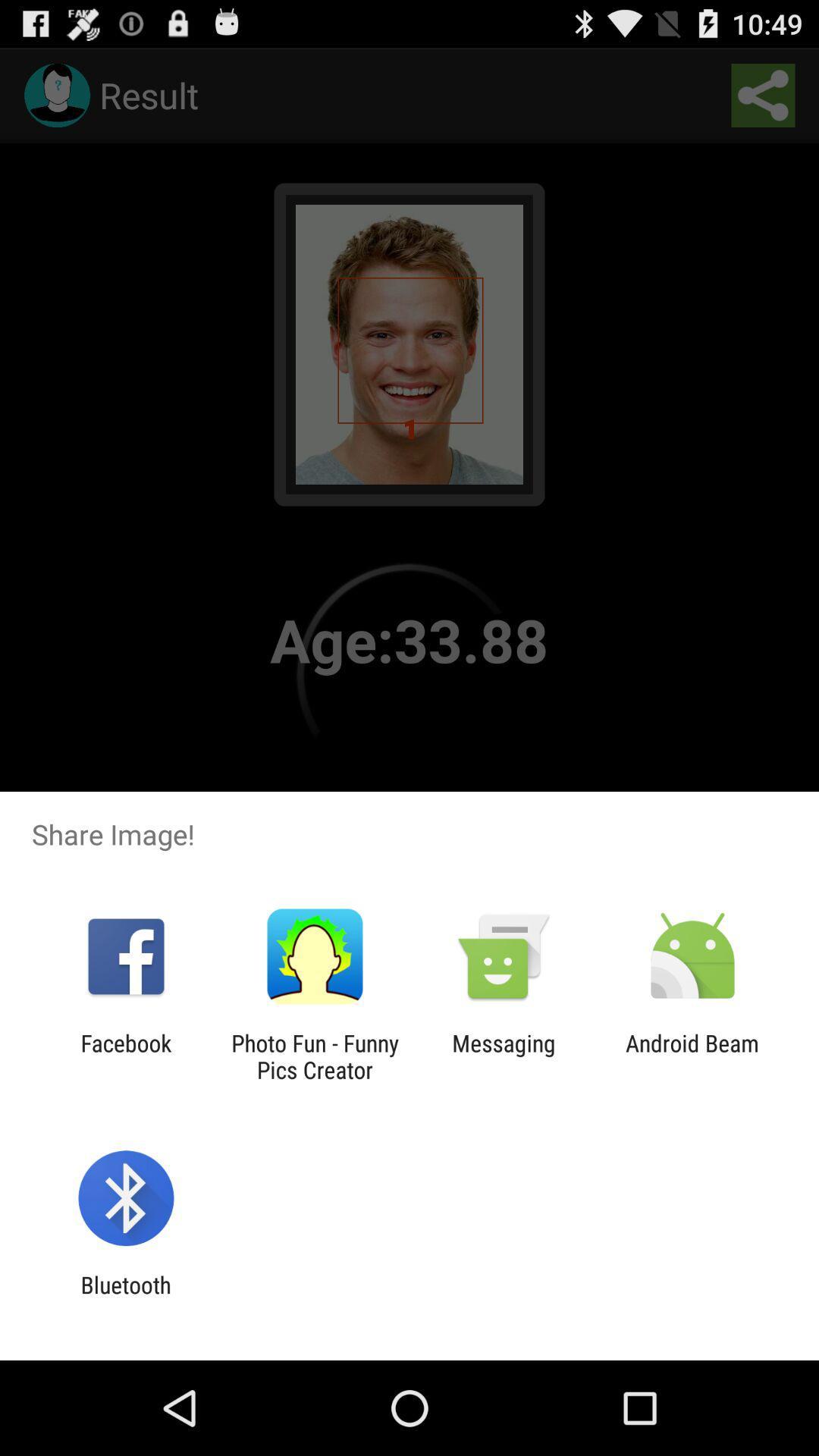 This screenshot has width=819, height=1456. What do you see at coordinates (125, 1056) in the screenshot?
I see `the icon next to photo fun funny icon` at bounding box center [125, 1056].